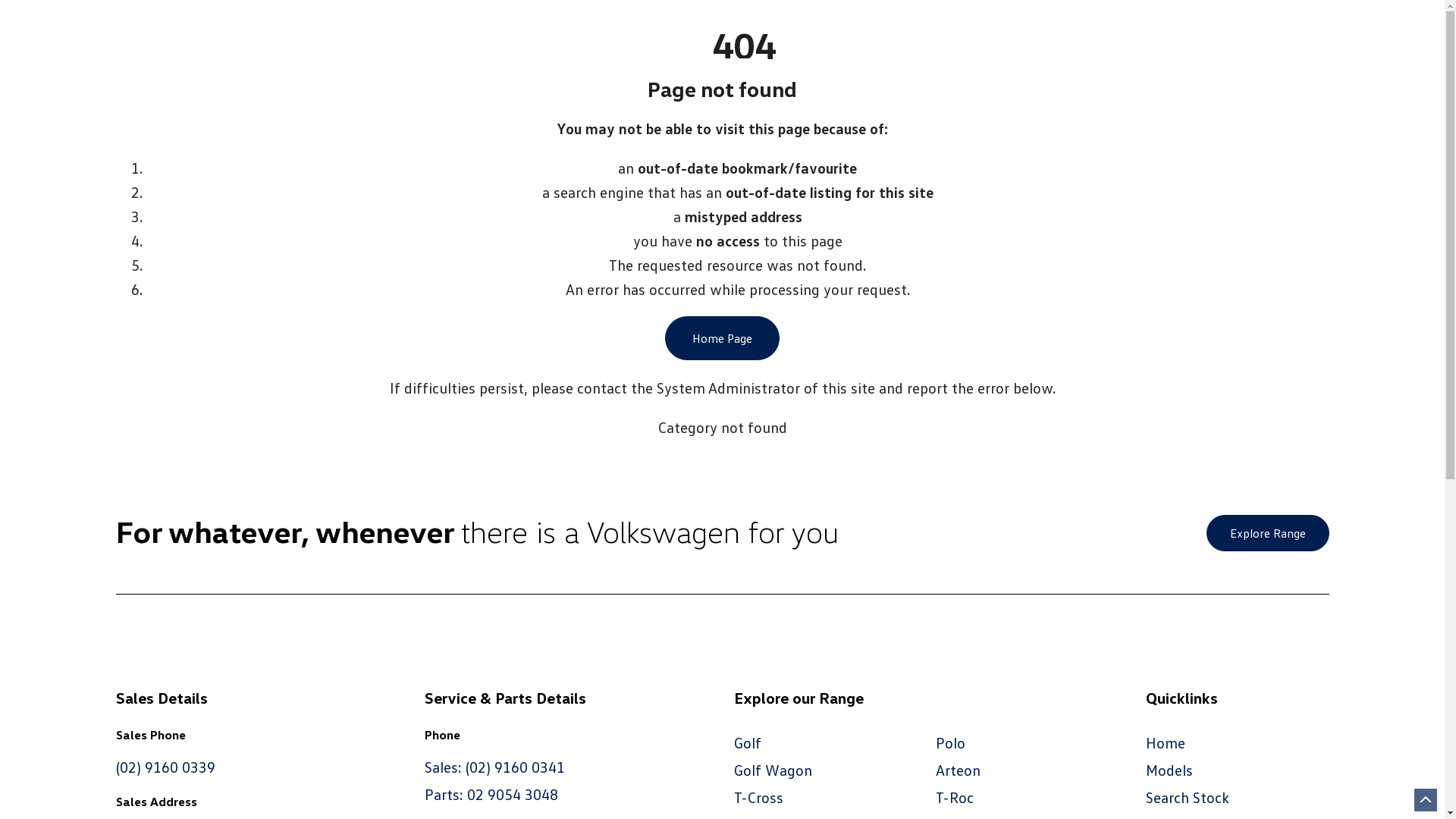  I want to click on 'Explore Range', so click(1266, 532).